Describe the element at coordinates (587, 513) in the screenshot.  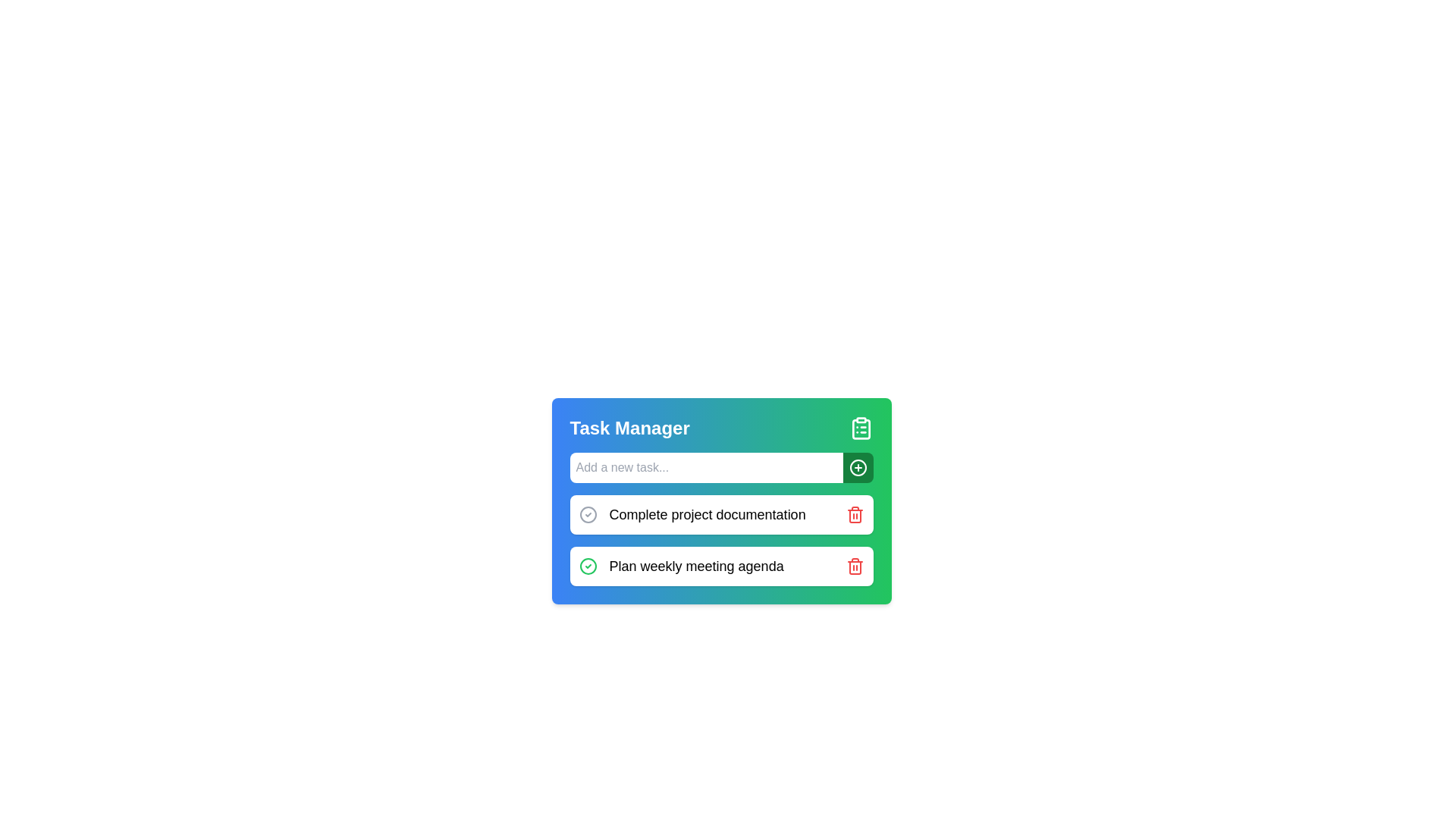
I see `the interactive SVG circle element with a gray border, which is aligned to the left of the task title 'Plan weekly meeting agenda'` at that location.